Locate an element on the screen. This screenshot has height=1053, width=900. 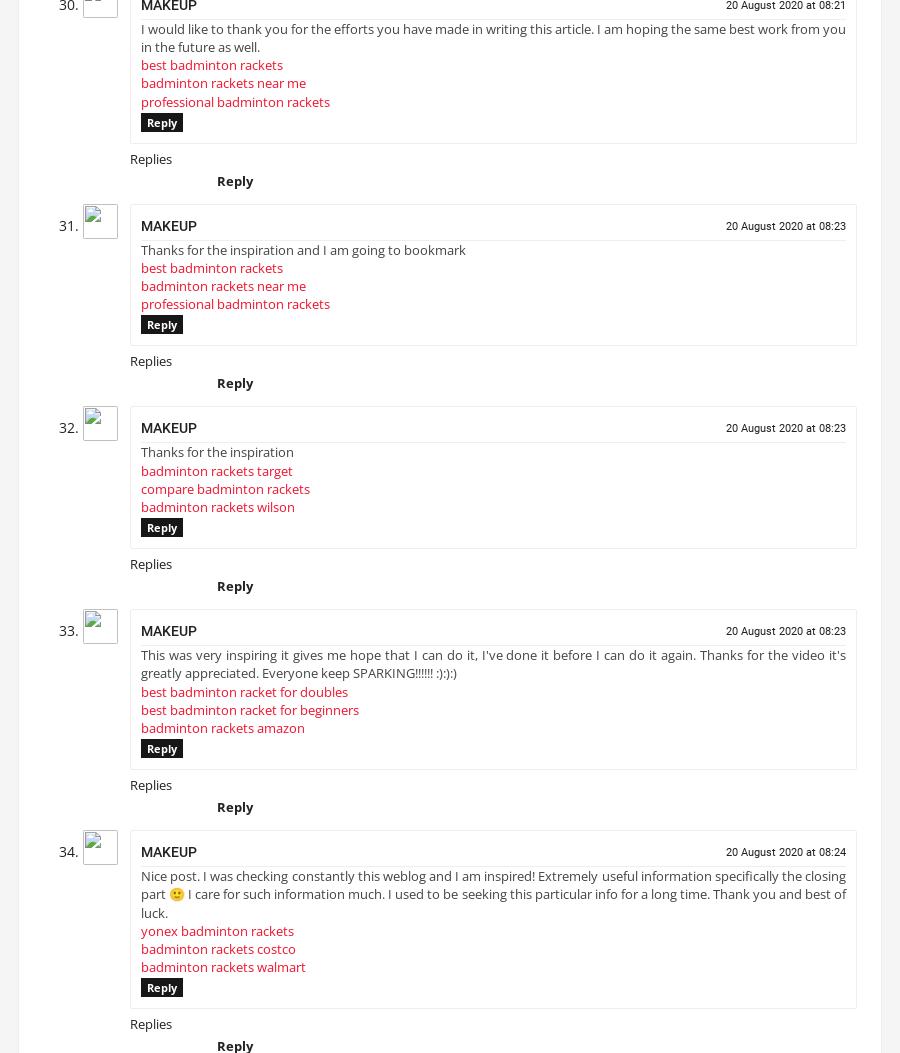
'This was very inspiring it gives me hope that I can do it, I've done it before I can do it again. Thanks for the video it's greatly appreciated. Everyone keep SPARKING!!!!!! :):):)' is located at coordinates (141, 672).